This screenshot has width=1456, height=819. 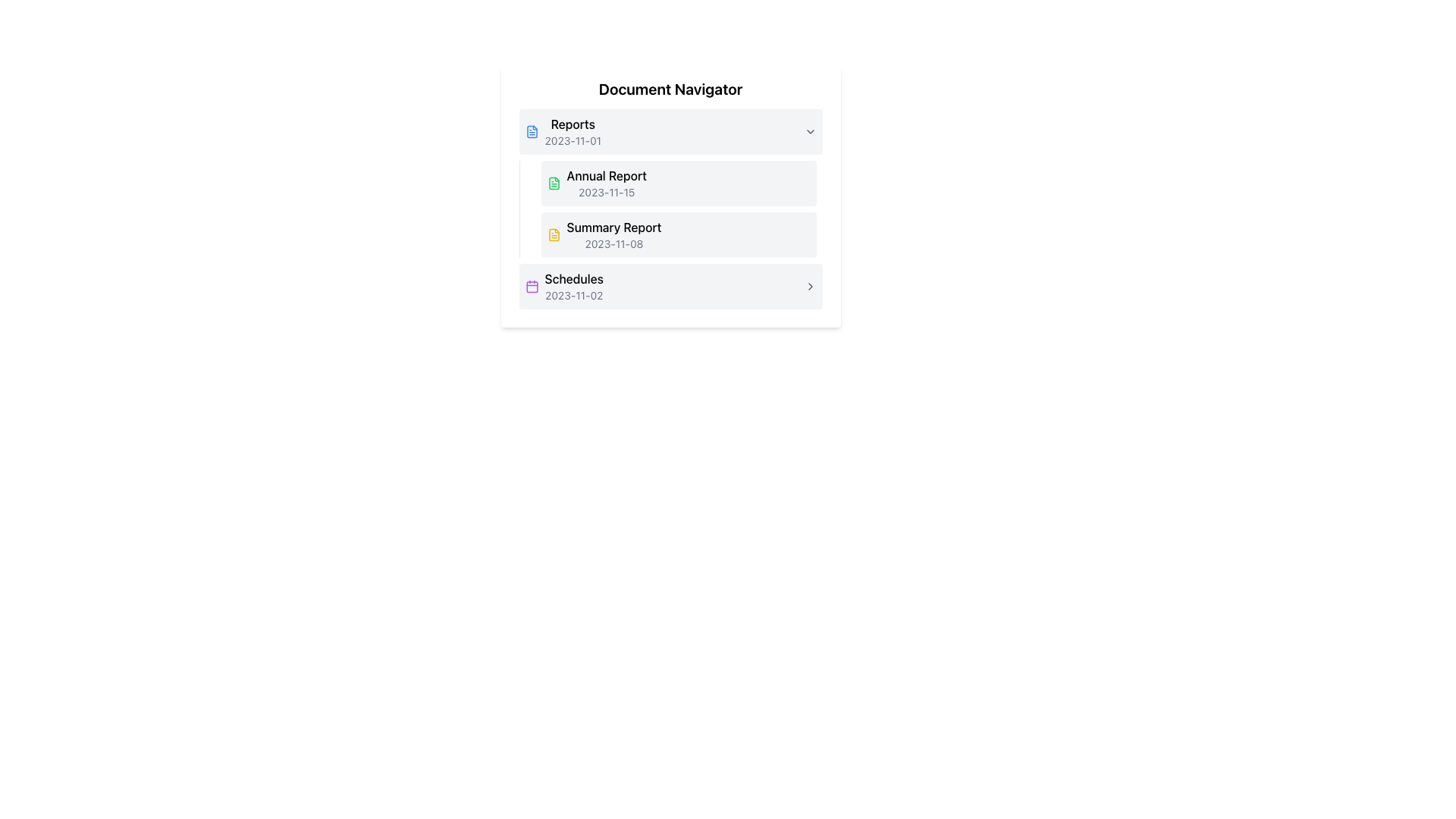 I want to click on the 'Annual Report' text label, which serves as a descriptive title in the navigation interface, so click(x=607, y=174).